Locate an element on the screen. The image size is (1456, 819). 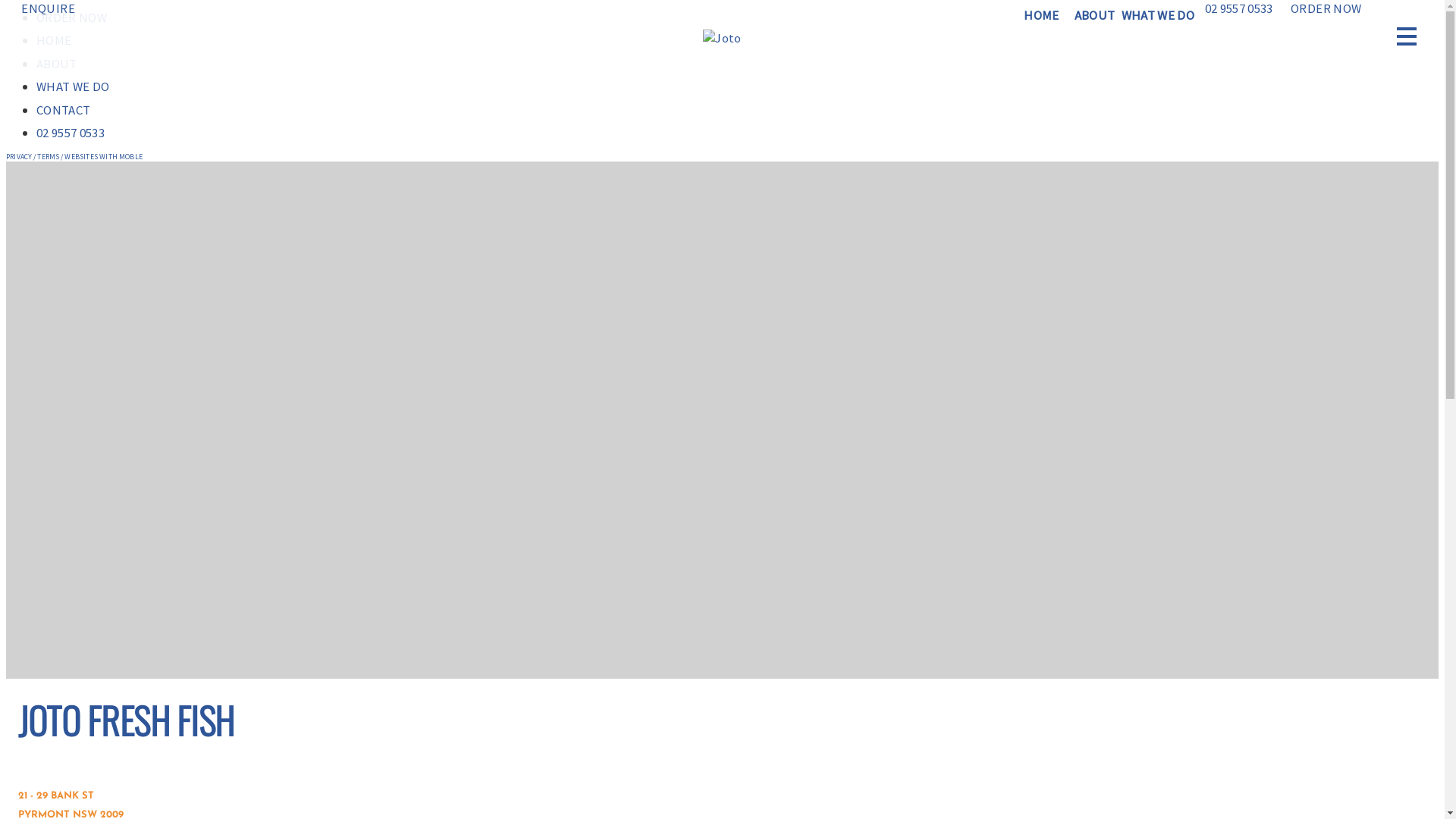
'PRIVACY' is located at coordinates (18, 156).